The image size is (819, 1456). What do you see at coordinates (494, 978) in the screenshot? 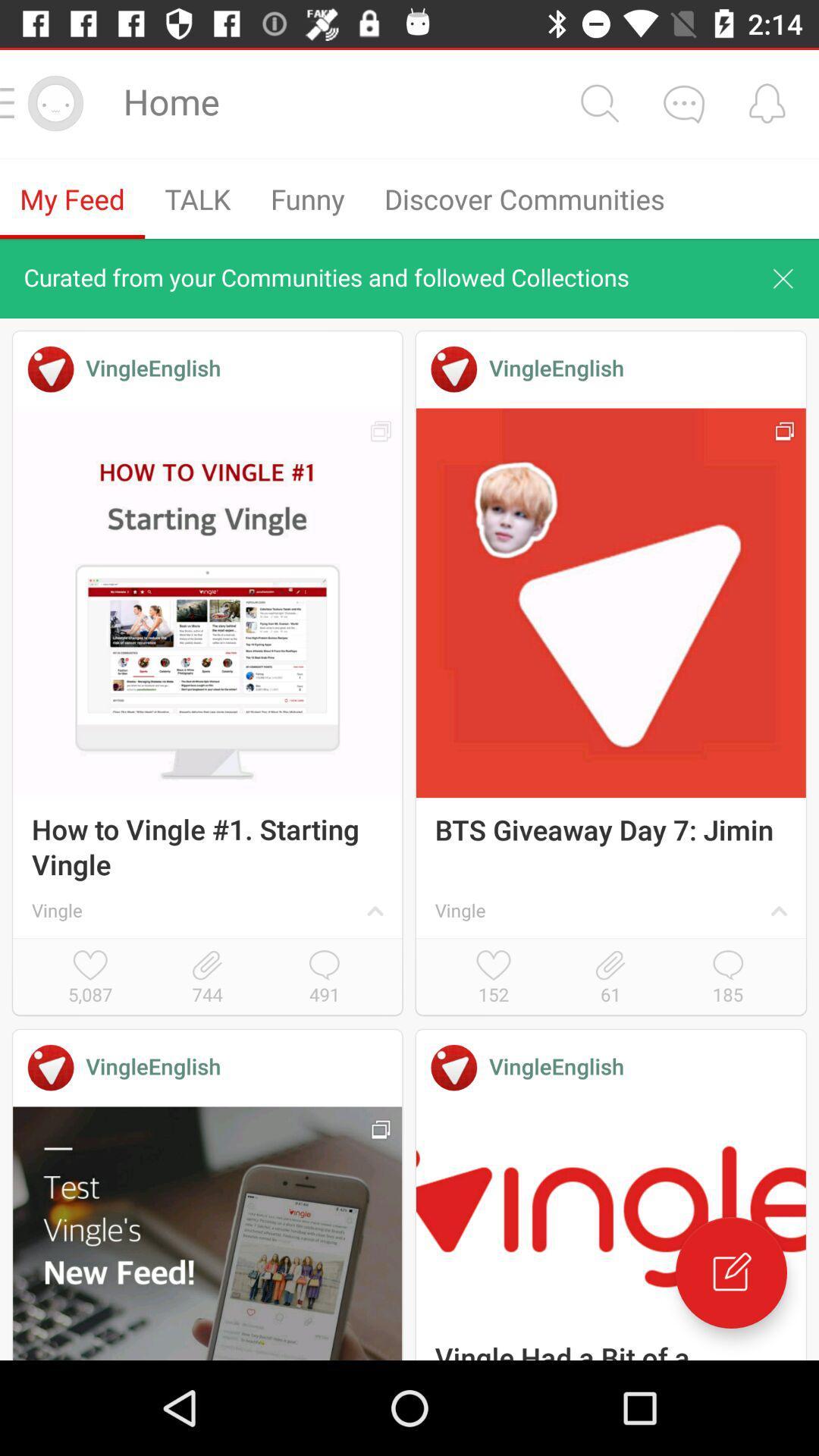
I see `the item to the right of 491 item` at bounding box center [494, 978].